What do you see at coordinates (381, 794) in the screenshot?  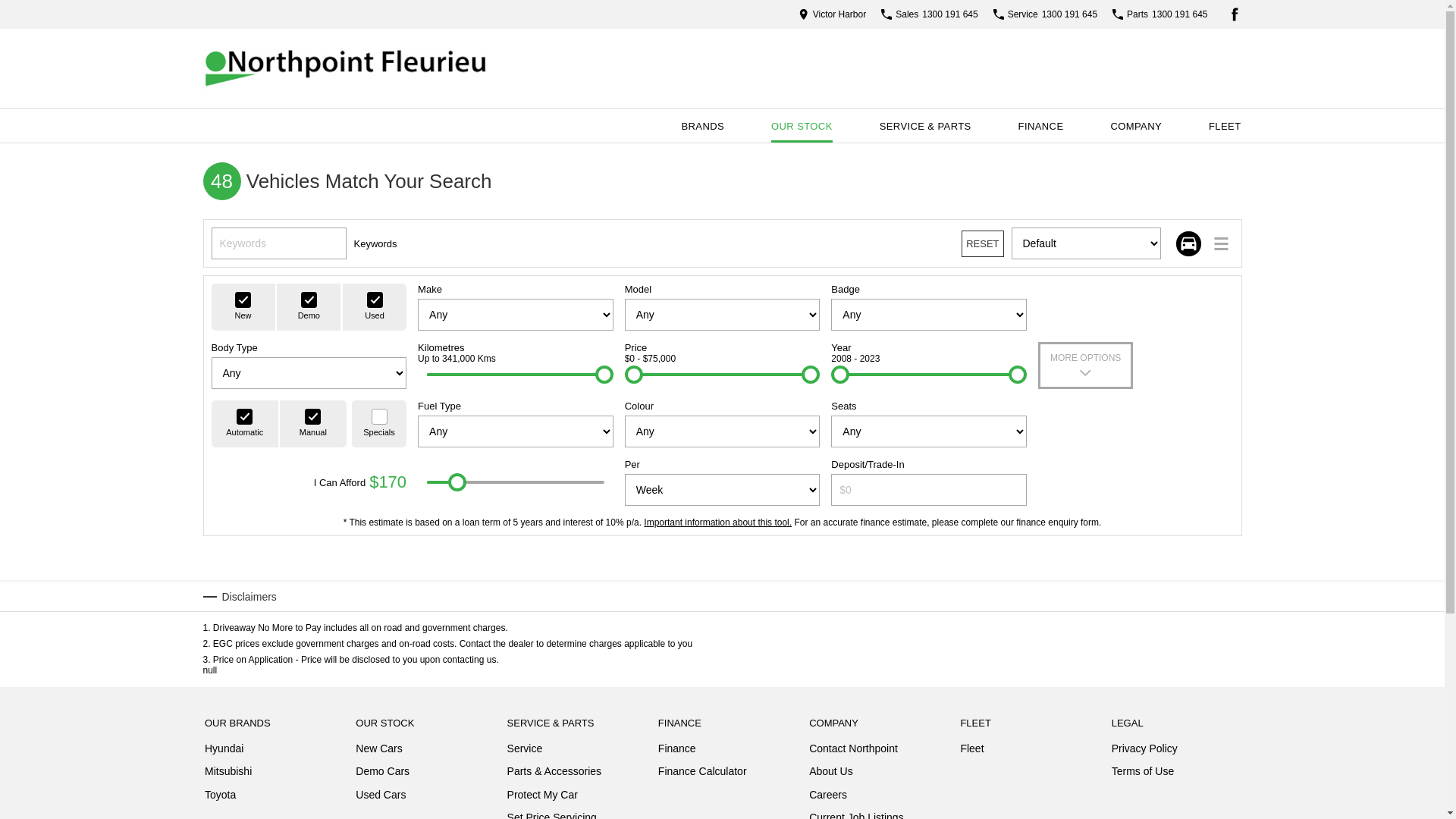 I see `'Used Cars'` at bounding box center [381, 794].